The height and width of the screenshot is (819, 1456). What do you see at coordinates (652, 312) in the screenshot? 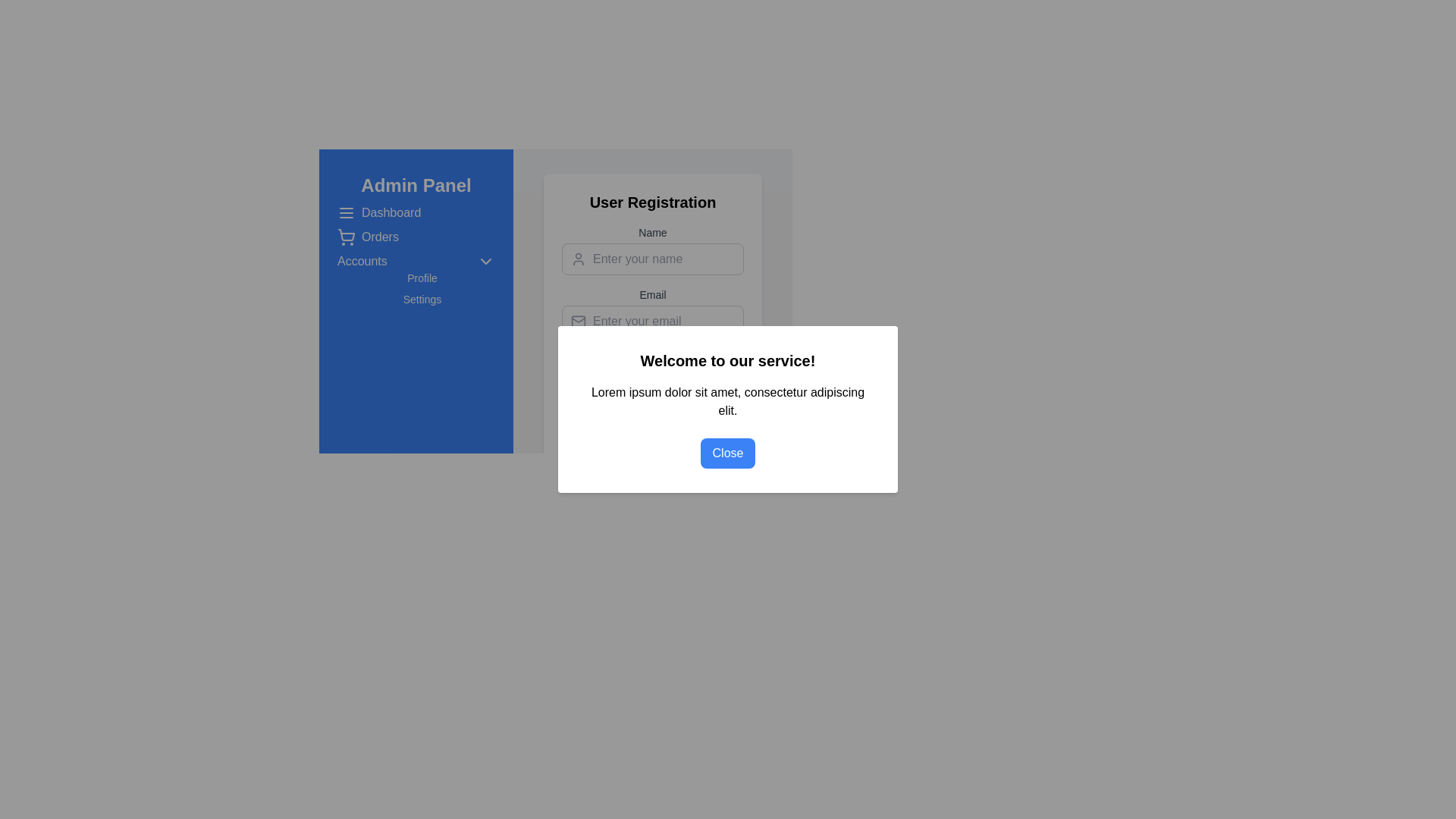
I see `the email input field in the 'User Registration' form to focus the input area` at bounding box center [652, 312].